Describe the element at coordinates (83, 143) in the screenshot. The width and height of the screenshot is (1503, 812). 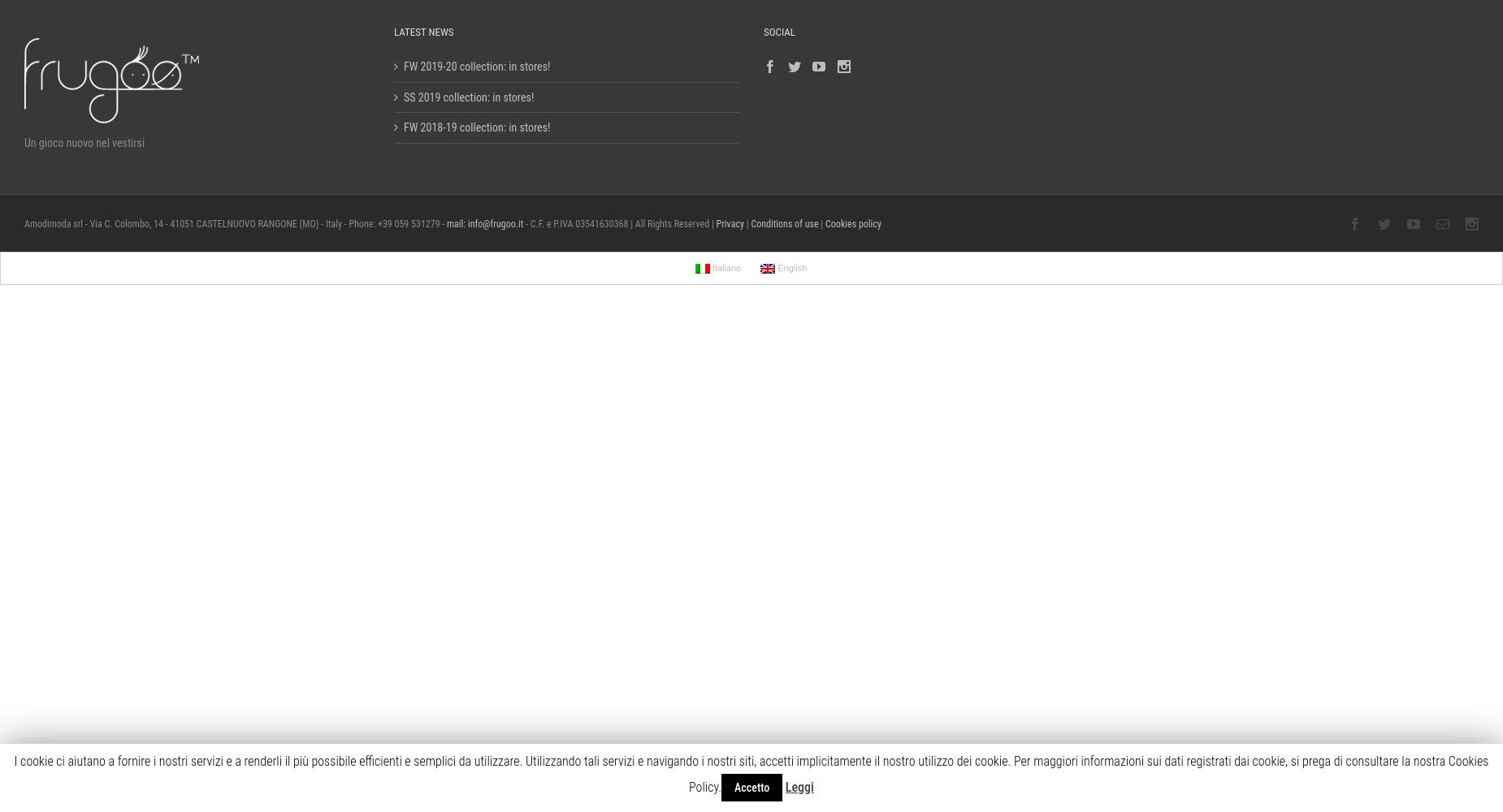
I see `'Un gioco nuovo nel vestirsi'` at that location.